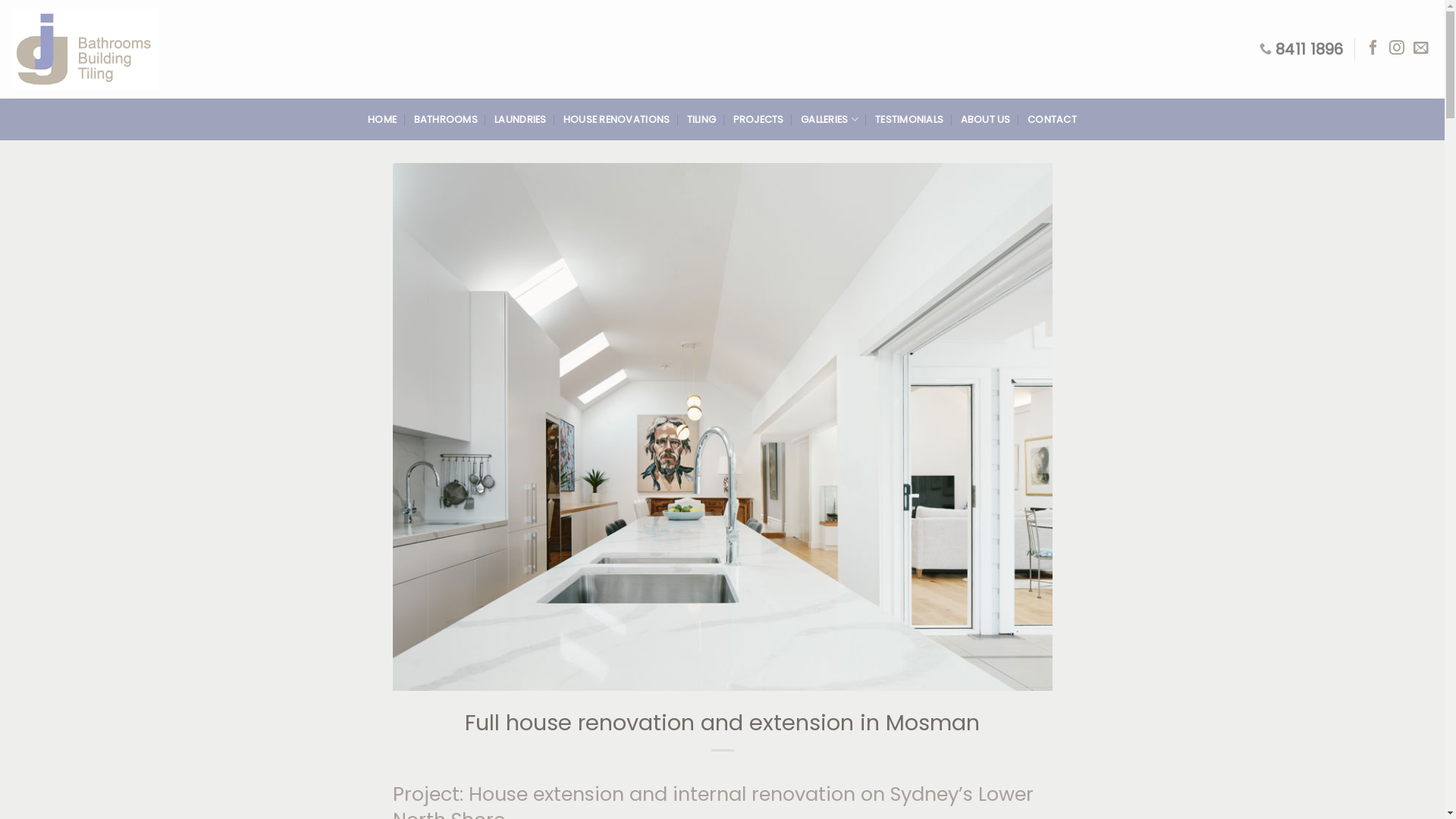  Describe the element at coordinates (382, 119) in the screenshot. I see `'HOME'` at that location.